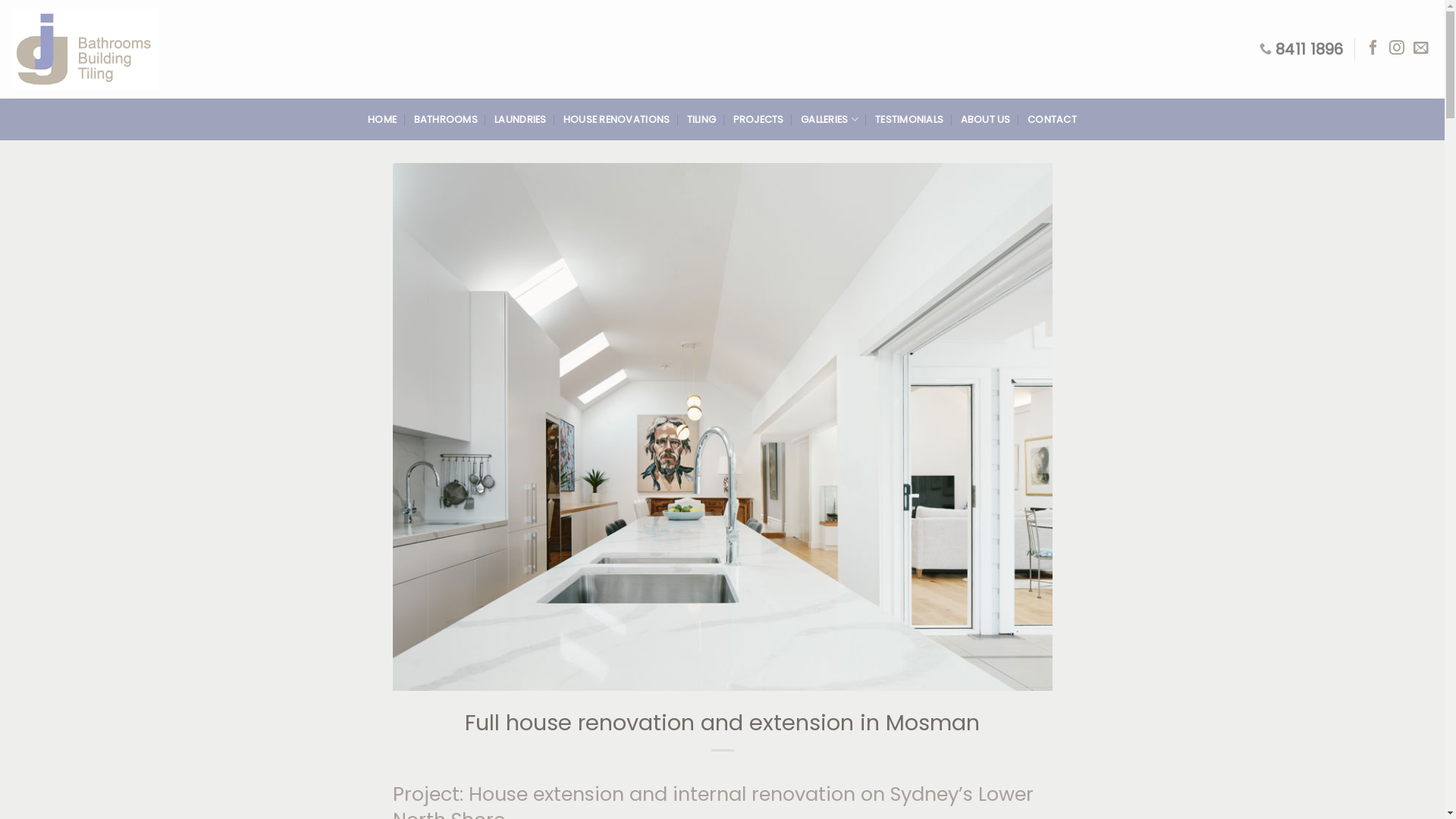  Describe the element at coordinates (382, 119) in the screenshot. I see `'HOME'` at that location.